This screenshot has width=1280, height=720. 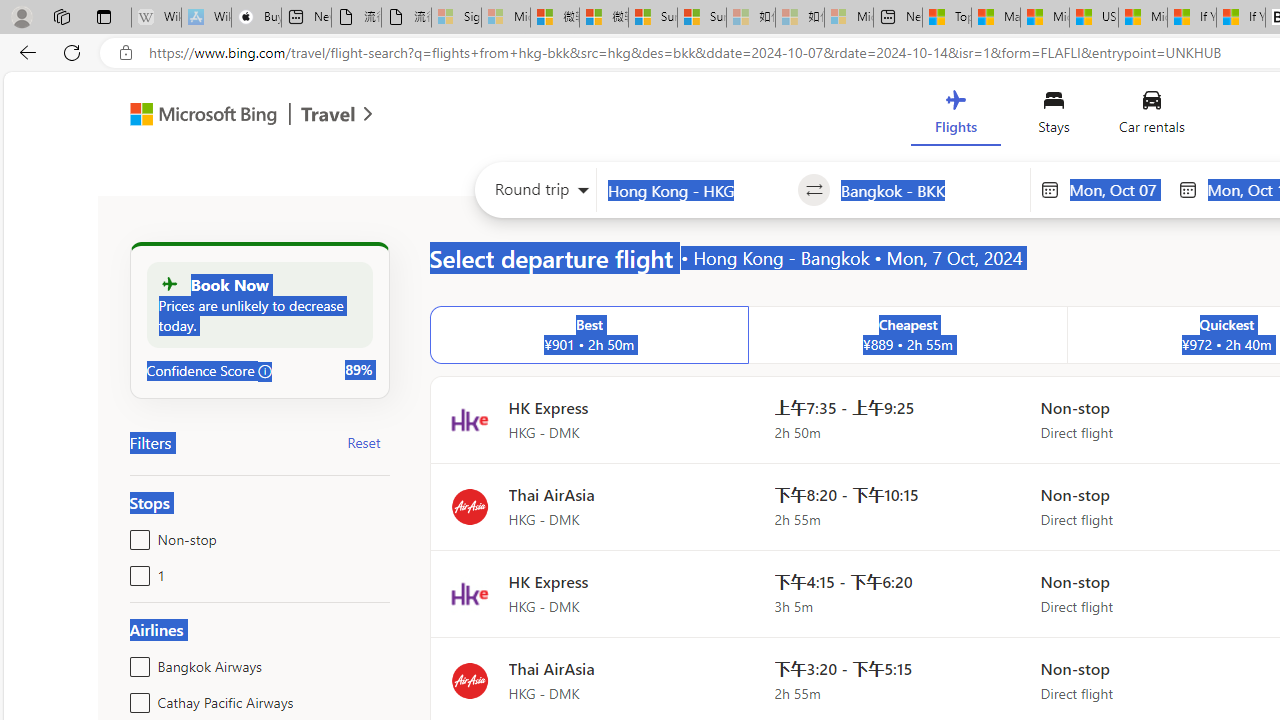 What do you see at coordinates (255, 17) in the screenshot?
I see `'Buy iPad - Apple'` at bounding box center [255, 17].